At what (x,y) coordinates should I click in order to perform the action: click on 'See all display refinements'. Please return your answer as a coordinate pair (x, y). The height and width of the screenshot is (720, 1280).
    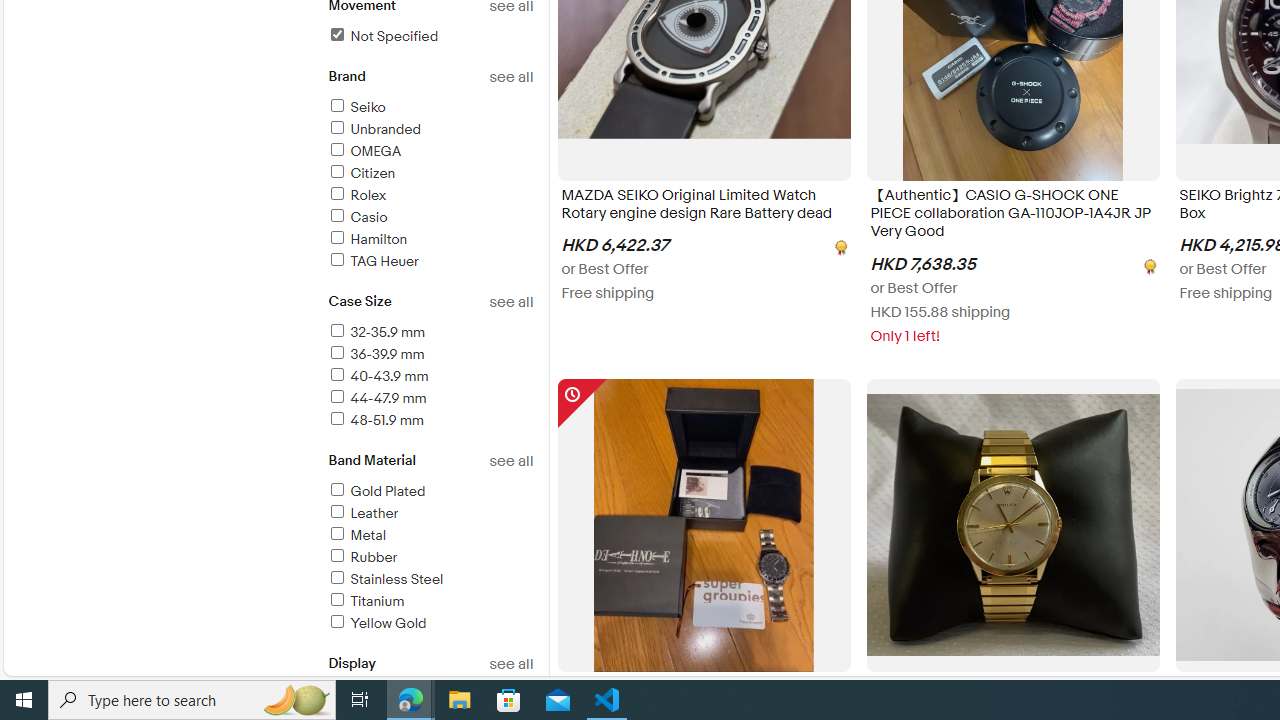
    Looking at the image, I should click on (511, 664).